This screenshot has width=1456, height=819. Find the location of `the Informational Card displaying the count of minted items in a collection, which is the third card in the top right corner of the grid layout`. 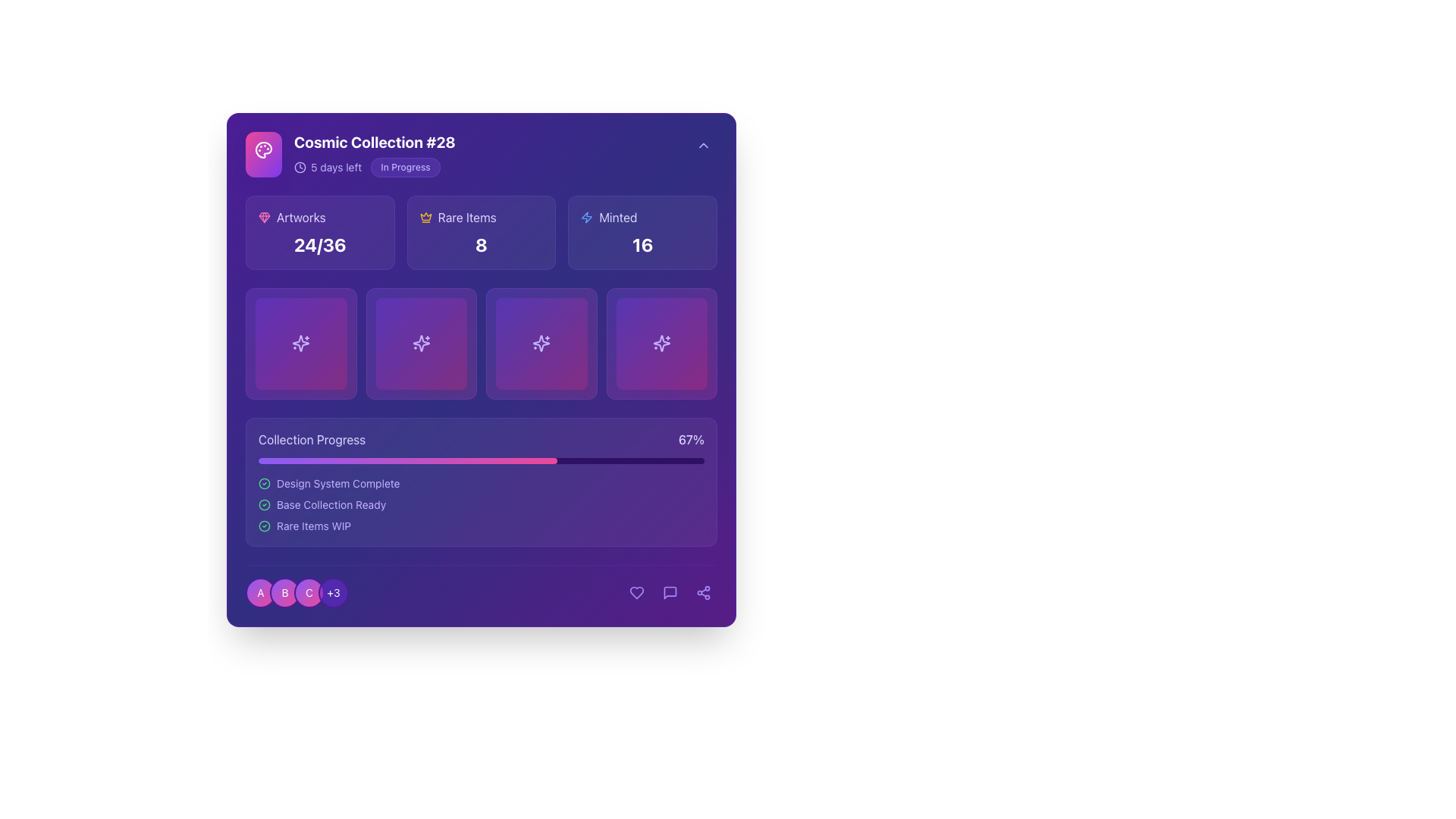

the Informational Card displaying the count of minted items in a collection, which is the third card in the top right corner of the grid layout is located at coordinates (642, 233).